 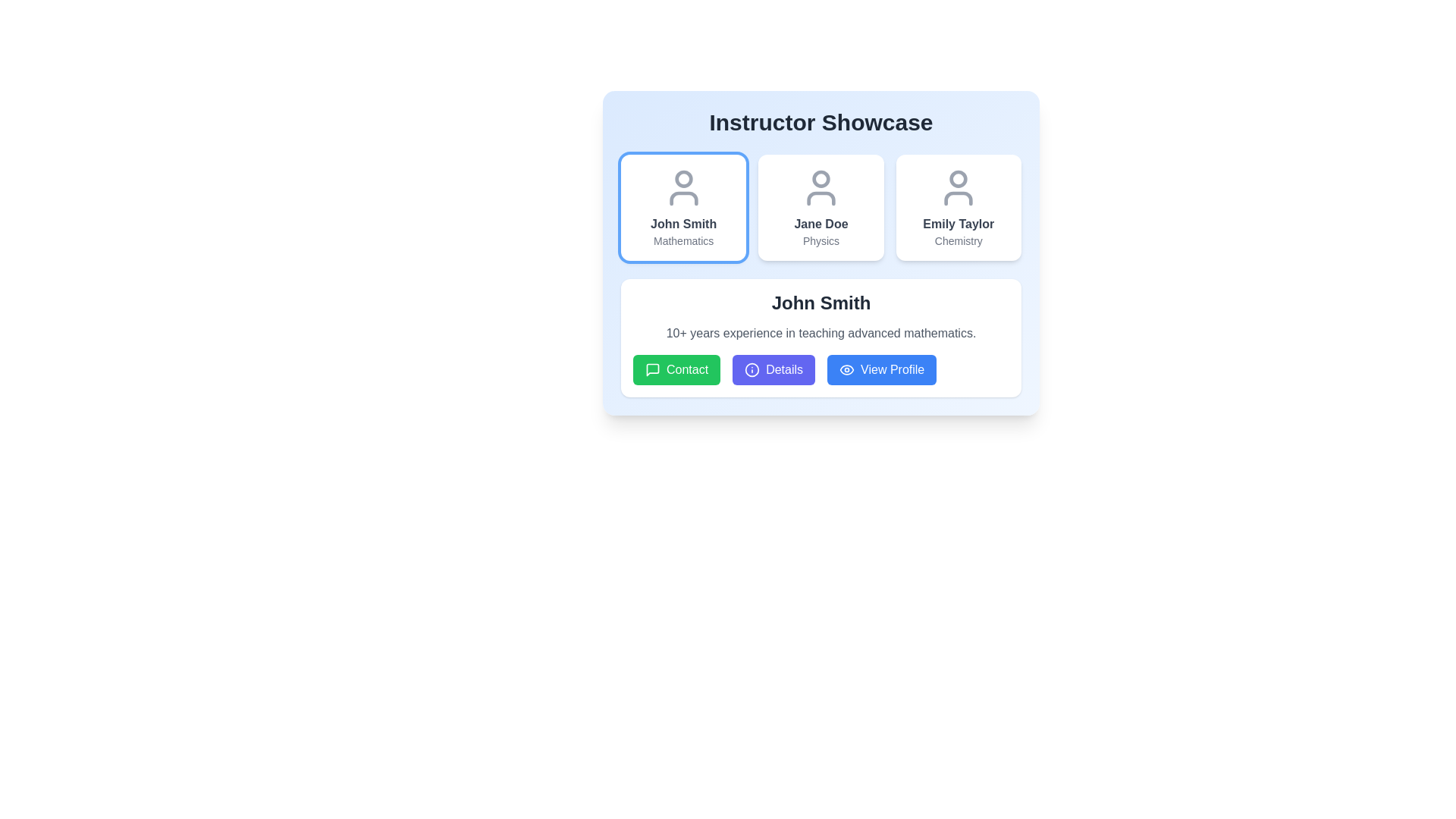 What do you see at coordinates (821, 224) in the screenshot?
I see `the 'Jane Doe' text label, which is styled in bold gray font and is located in the second instructor profile card, positioned above the 'Physics' subtitle and below the avatar icon` at bounding box center [821, 224].